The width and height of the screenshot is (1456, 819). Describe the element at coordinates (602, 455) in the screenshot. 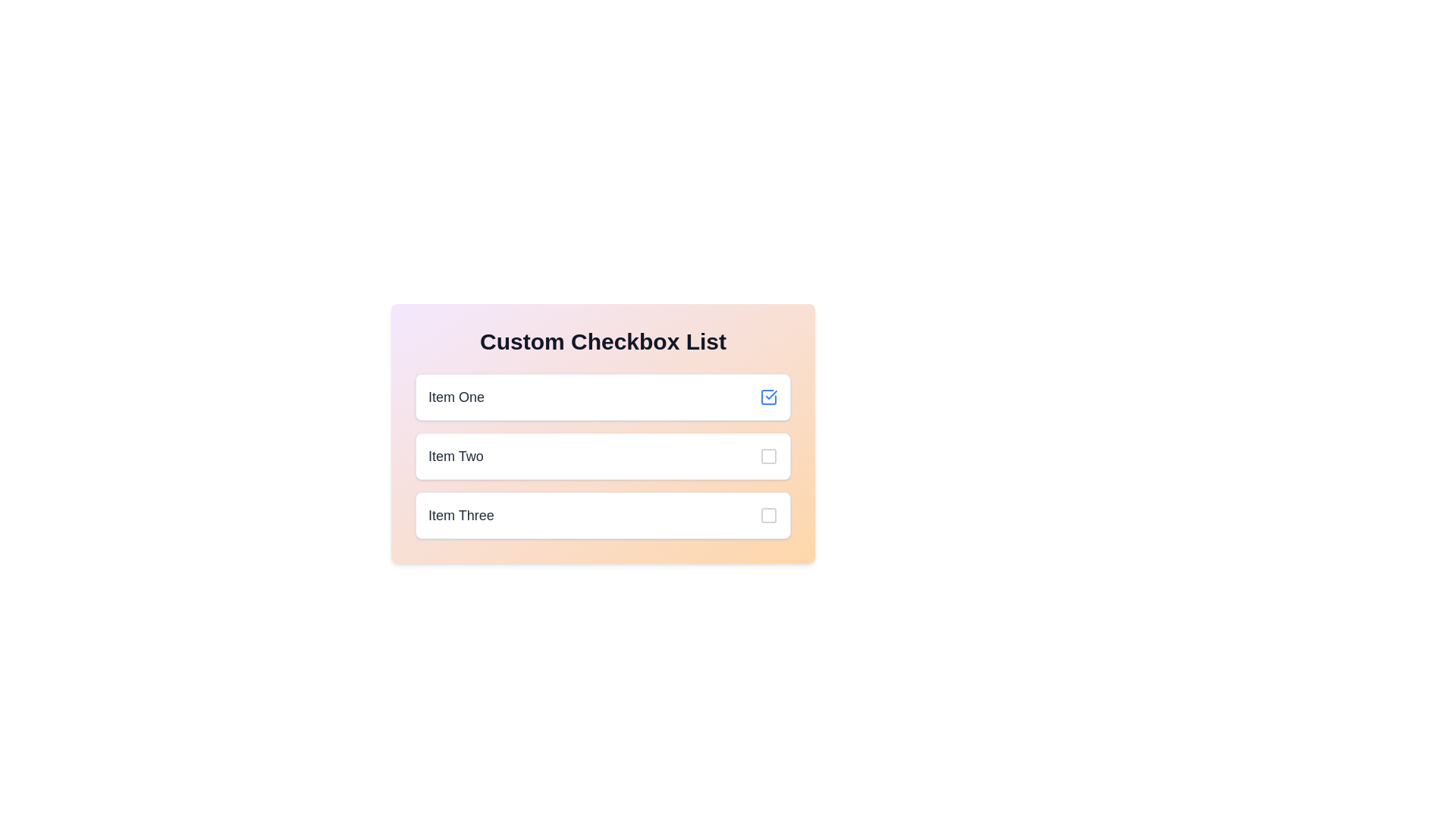

I see `the checkbox for Item Two` at that location.